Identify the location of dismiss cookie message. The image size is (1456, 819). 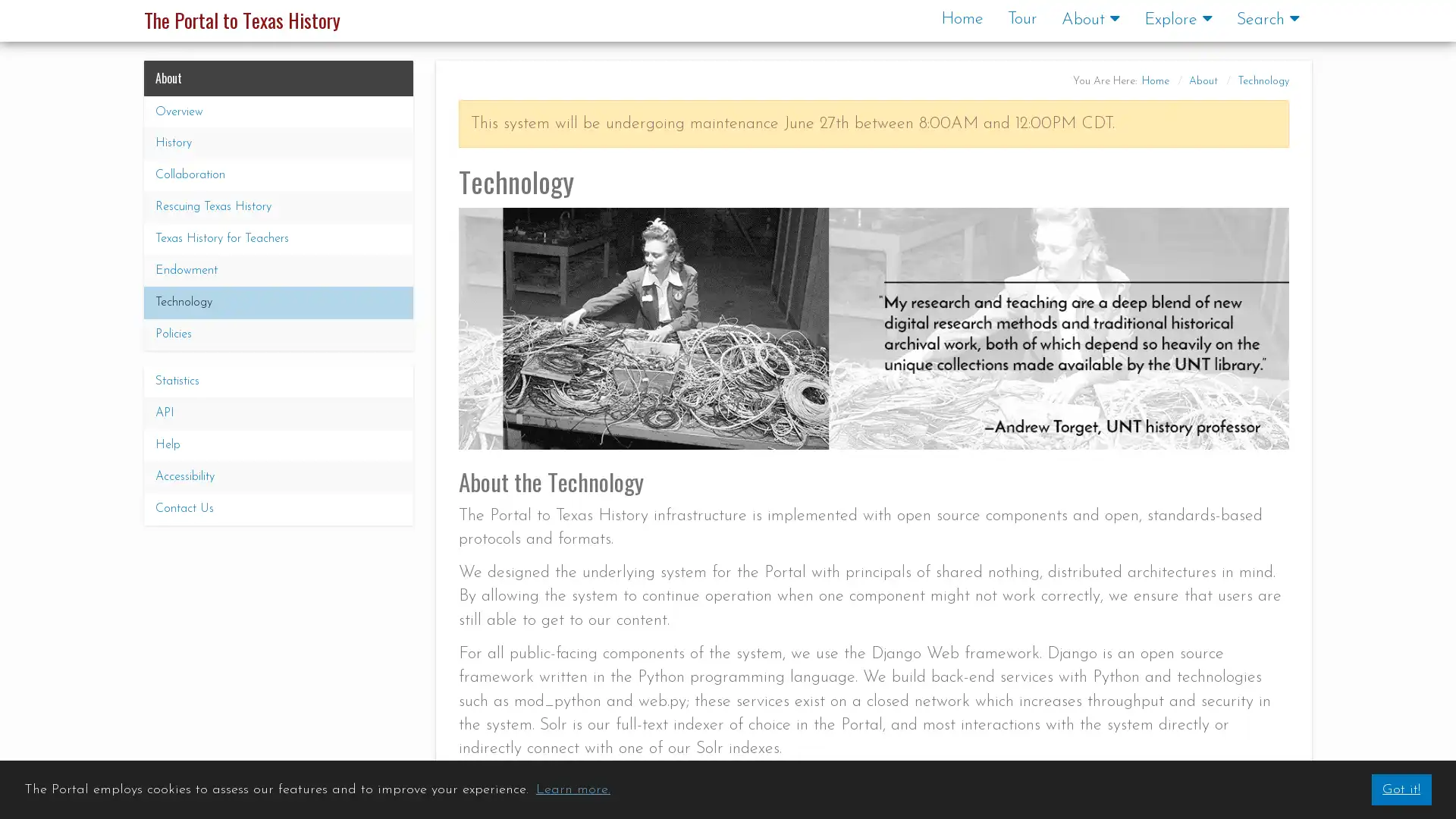
(1400, 789).